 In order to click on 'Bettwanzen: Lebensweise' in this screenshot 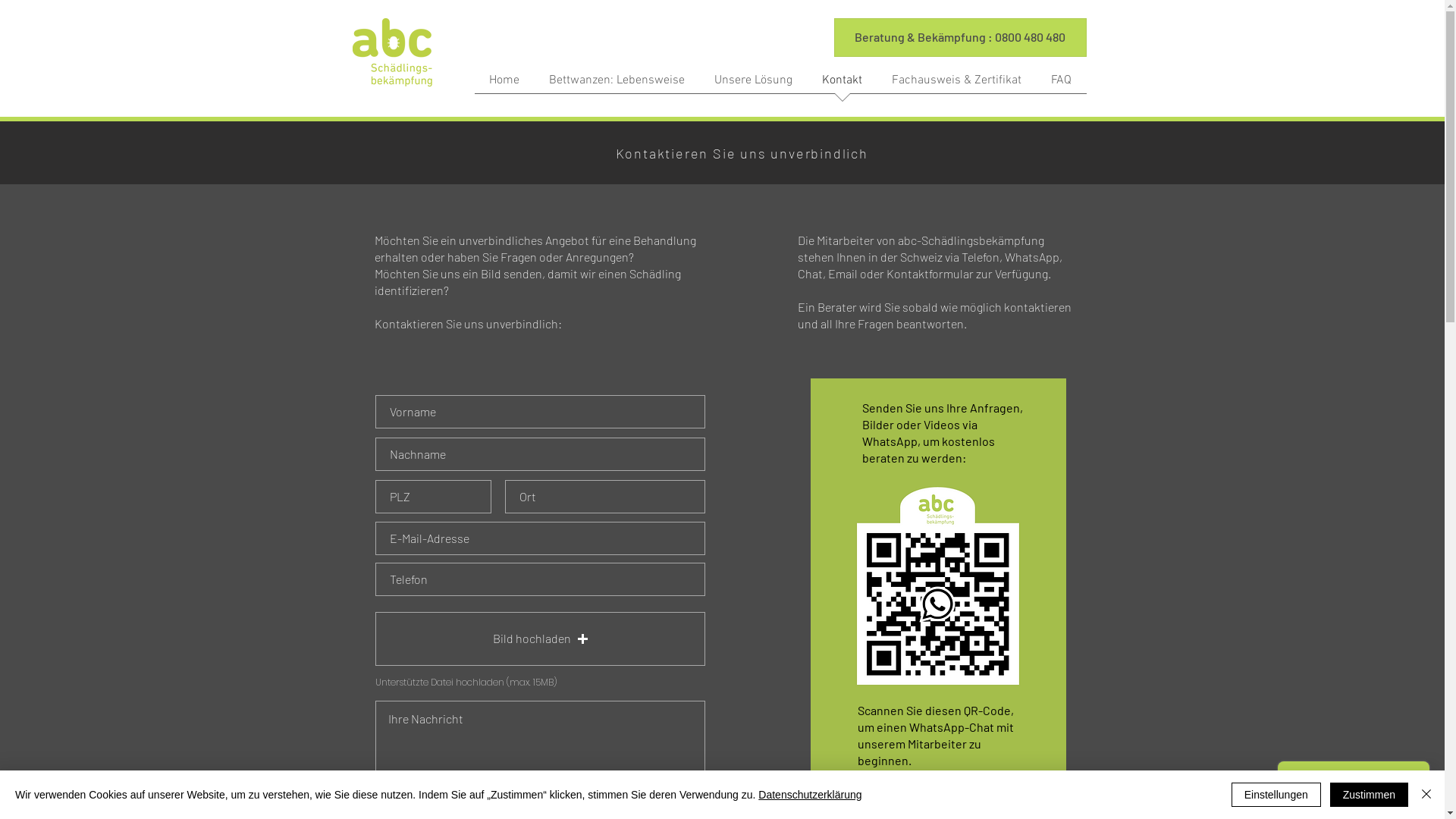, I will do `click(616, 85)`.